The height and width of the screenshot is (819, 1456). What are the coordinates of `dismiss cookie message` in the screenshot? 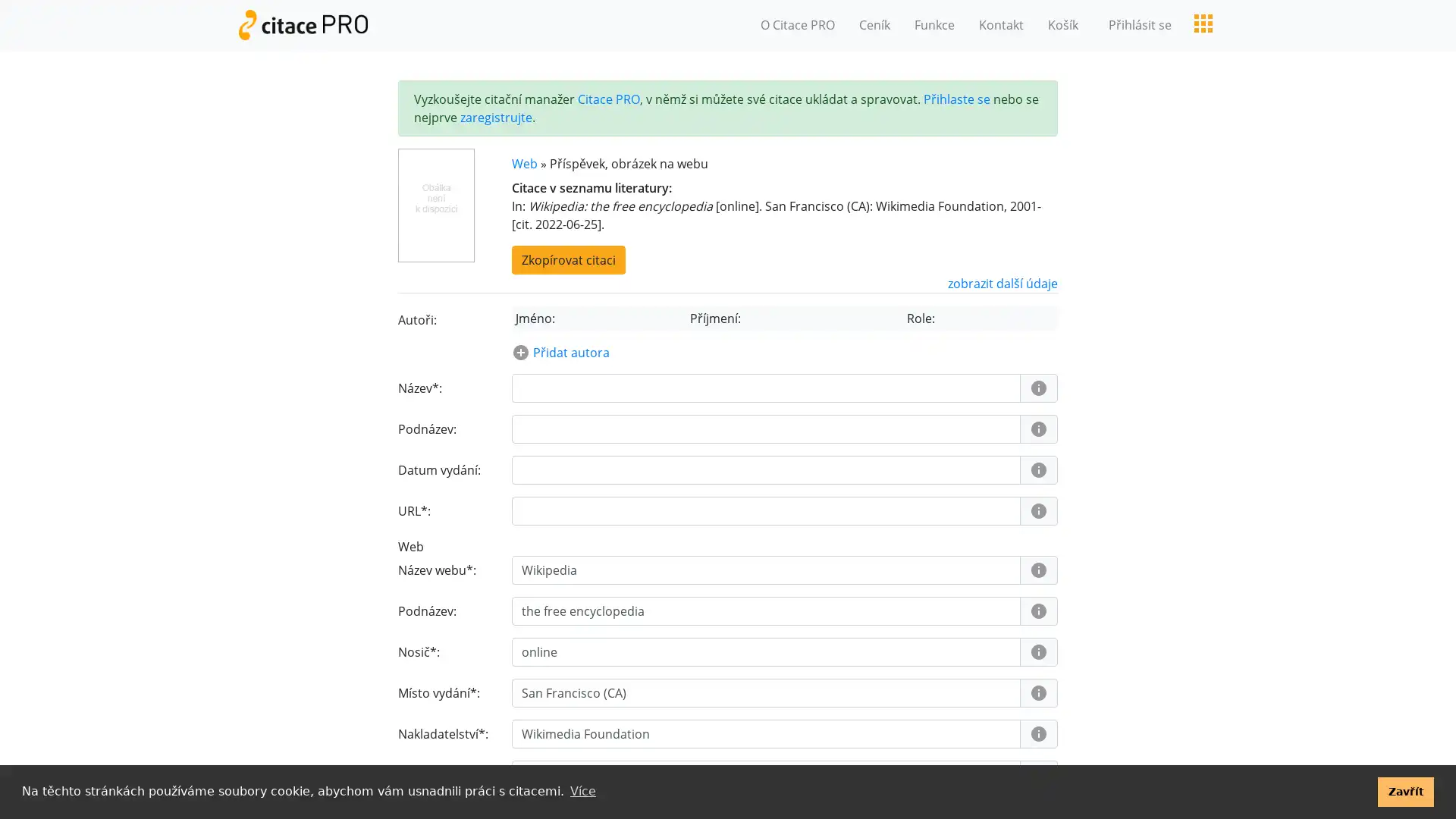 It's located at (1404, 791).